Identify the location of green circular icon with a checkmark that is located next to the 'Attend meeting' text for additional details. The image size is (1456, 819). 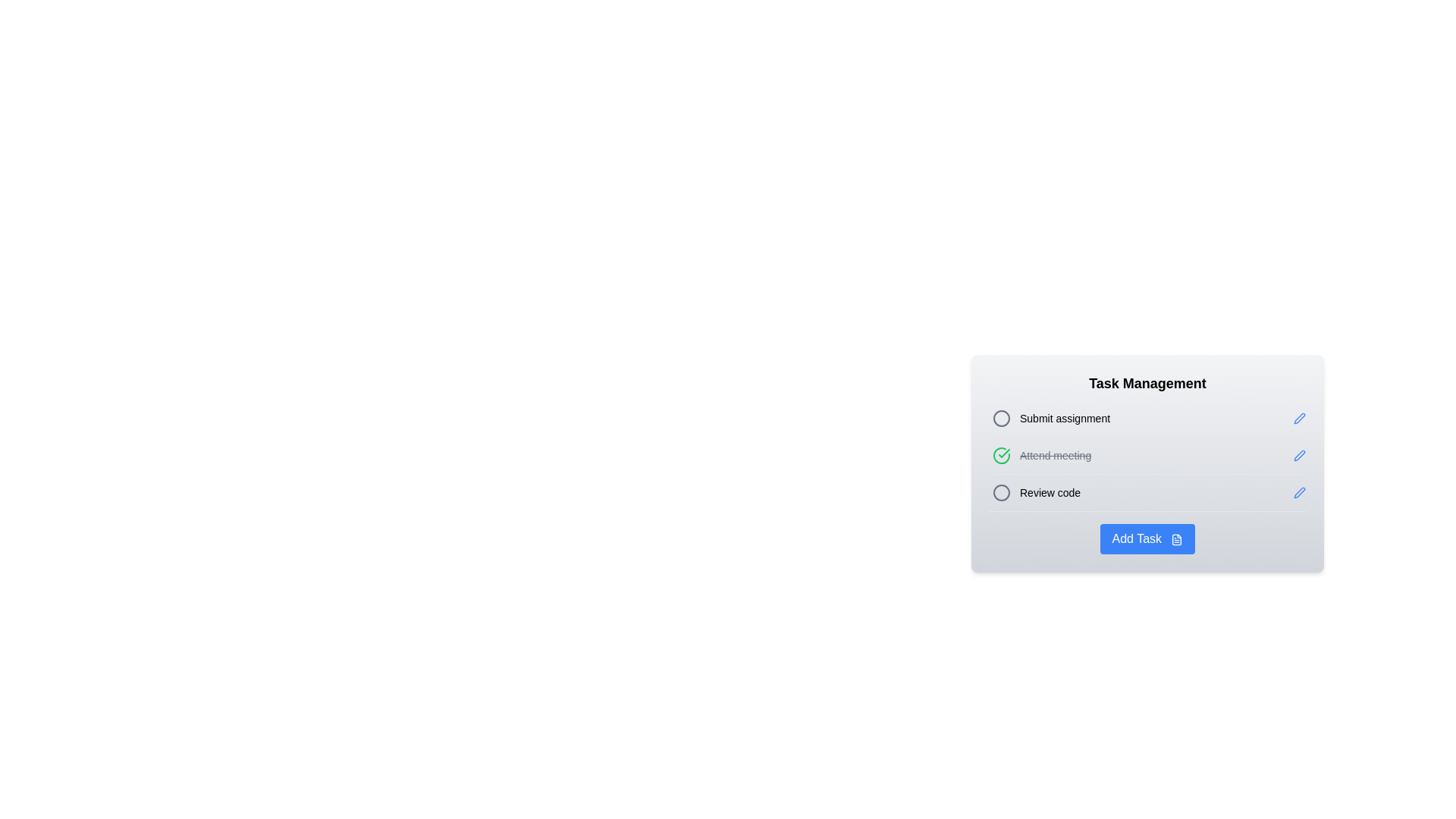
(1001, 455).